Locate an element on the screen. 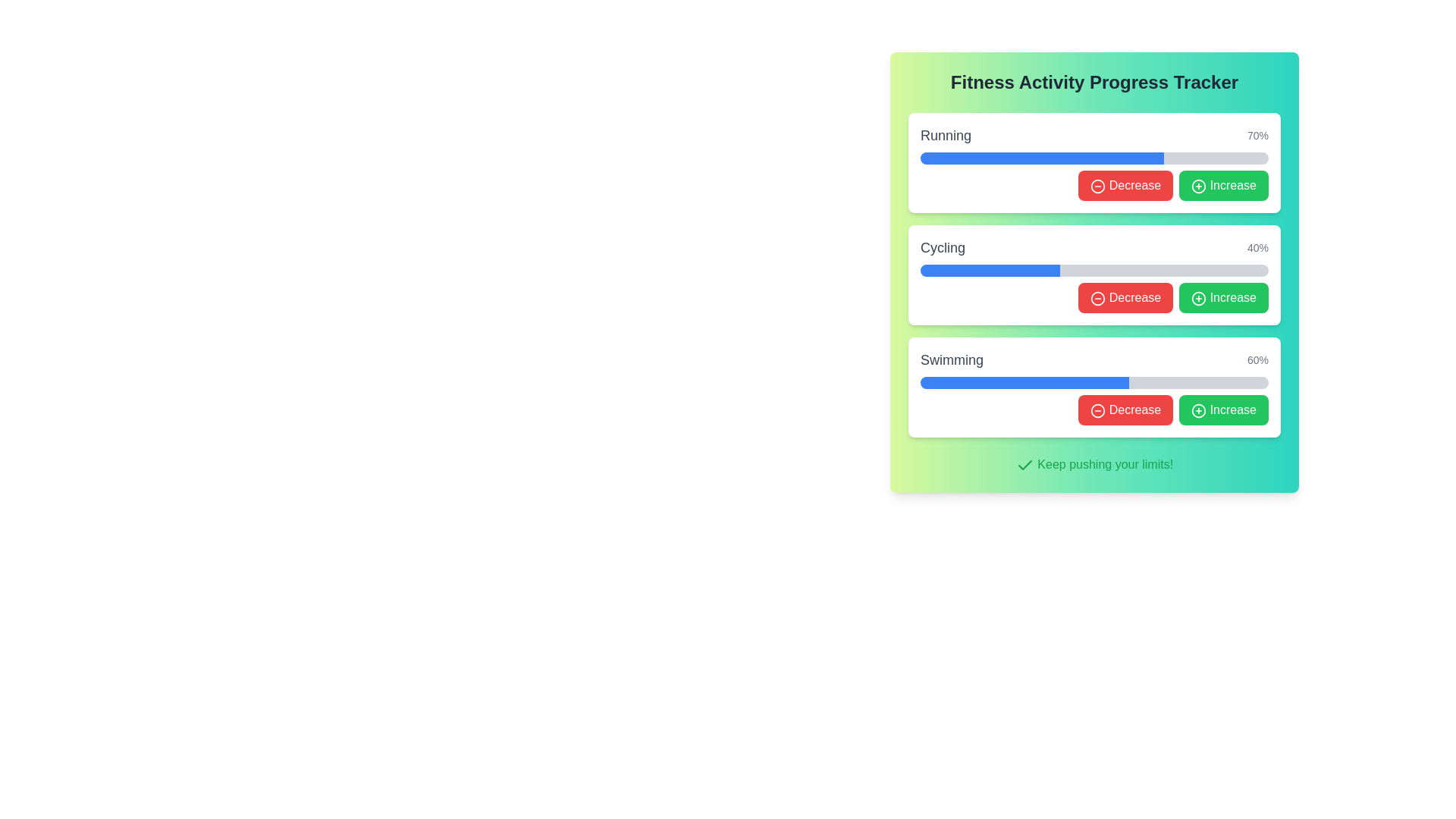  the circular green icon with a plus symbol at the center, located within the 'Increase' button in the 'Swimming' section is located at coordinates (1198, 410).